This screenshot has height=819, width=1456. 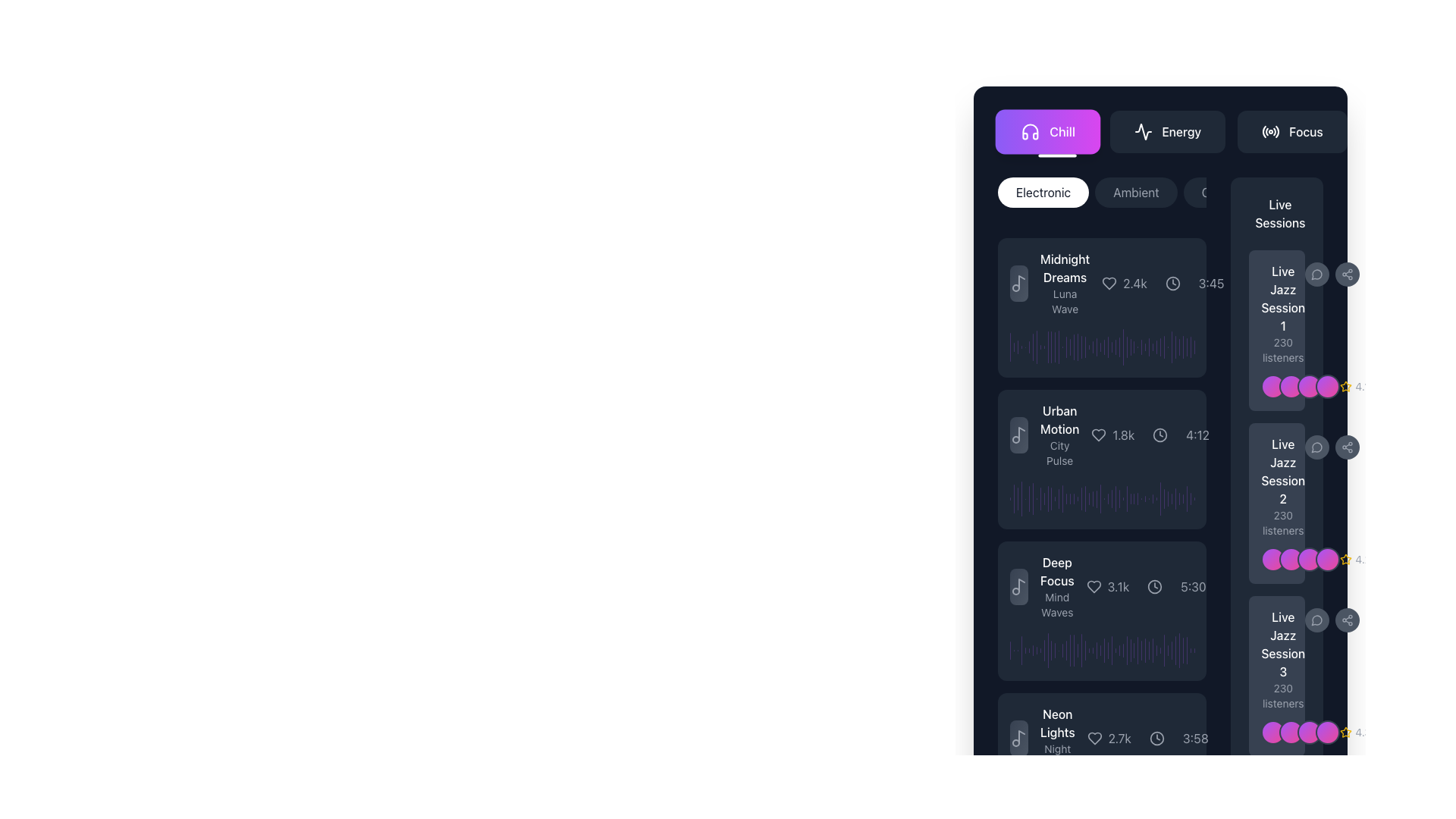 What do you see at coordinates (1056, 571) in the screenshot?
I see `text label that serves as the title or header for the associated content in the third card of the vertical list, located above 'Mind Waves' and next to the '3.1k' numerical indicator` at bounding box center [1056, 571].